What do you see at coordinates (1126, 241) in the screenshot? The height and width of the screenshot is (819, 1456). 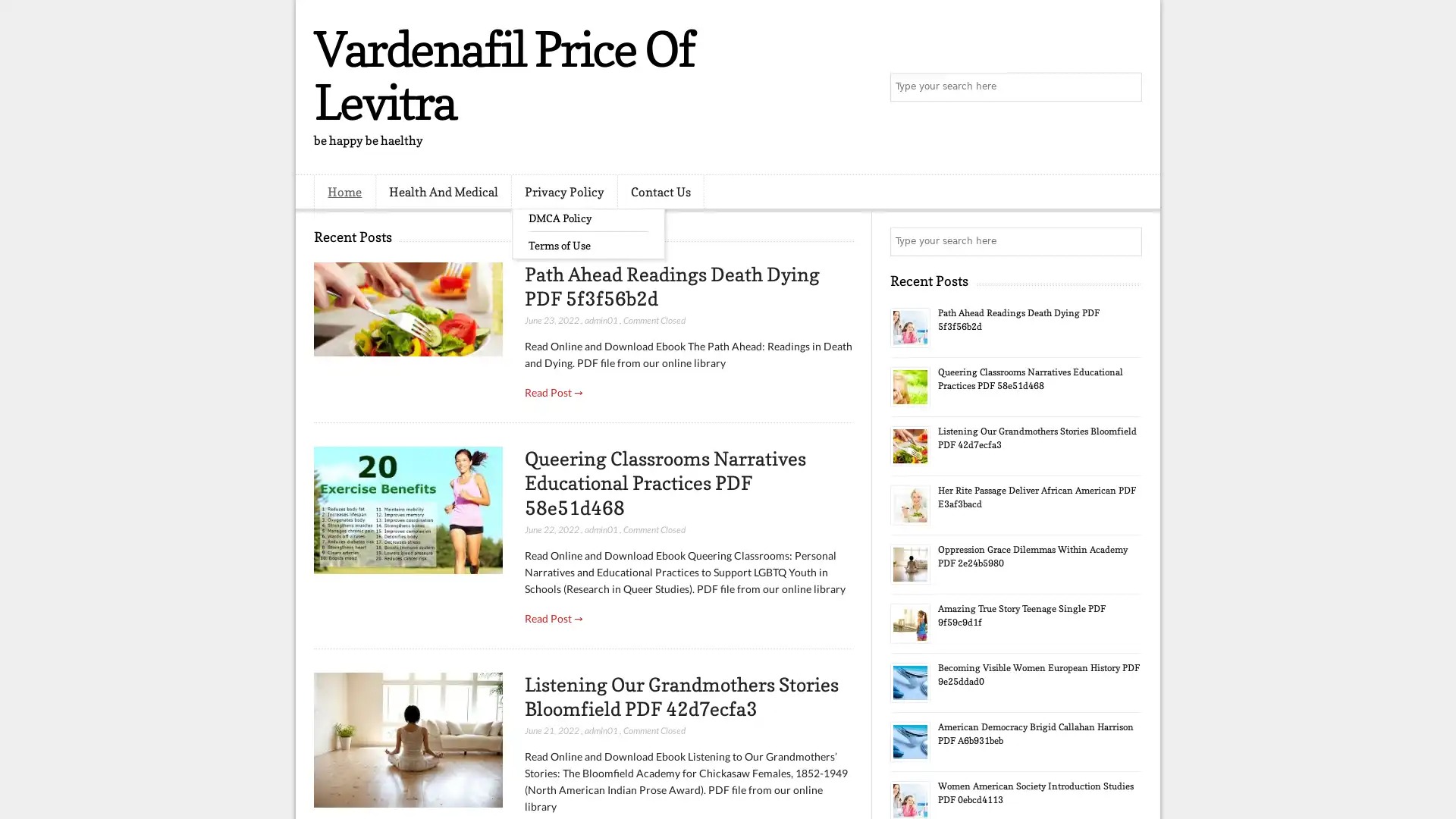 I see `Search` at bounding box center [1126, 241].